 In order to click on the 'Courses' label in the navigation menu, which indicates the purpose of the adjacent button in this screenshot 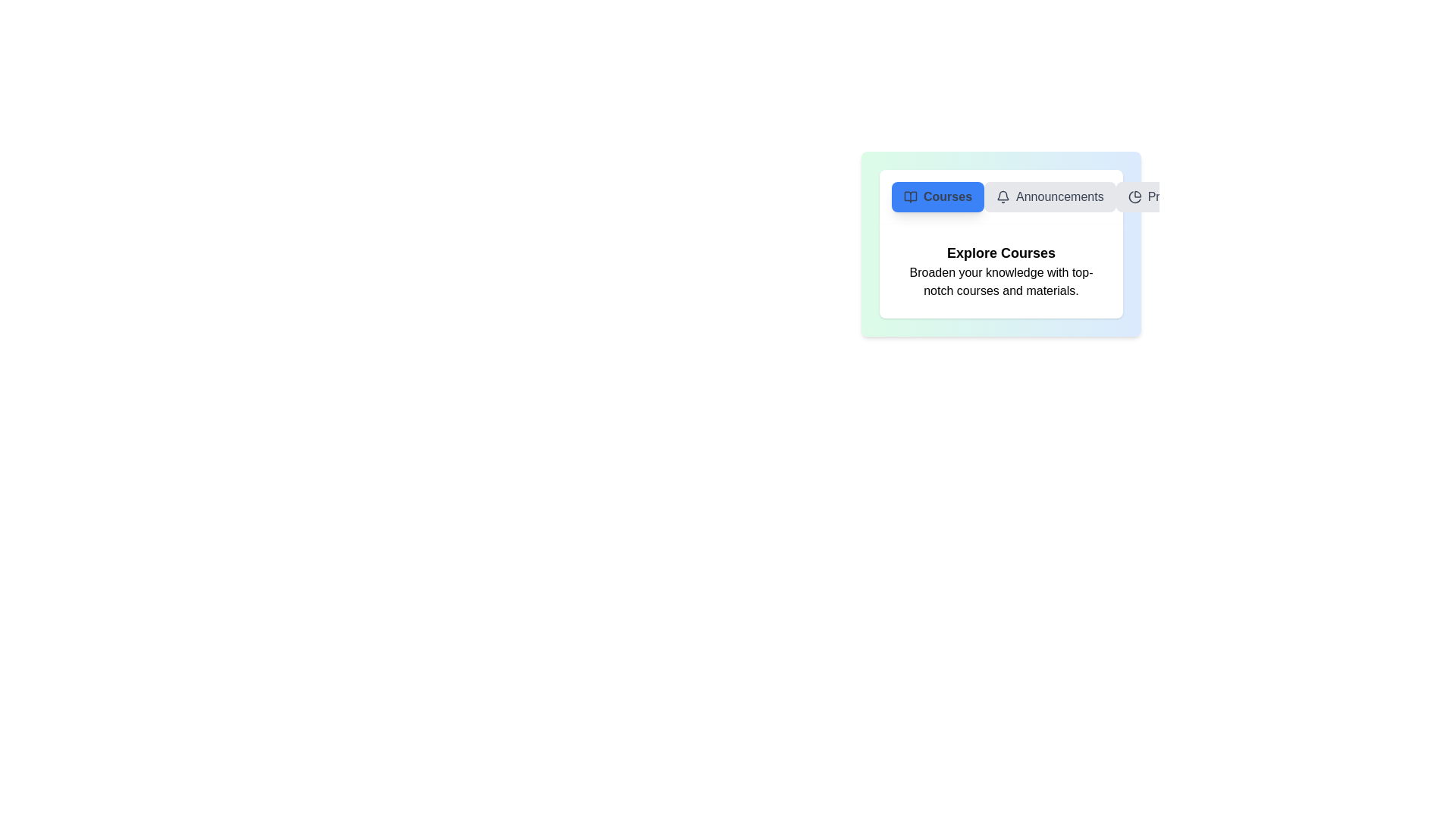, I will do `click(947, 196)`.